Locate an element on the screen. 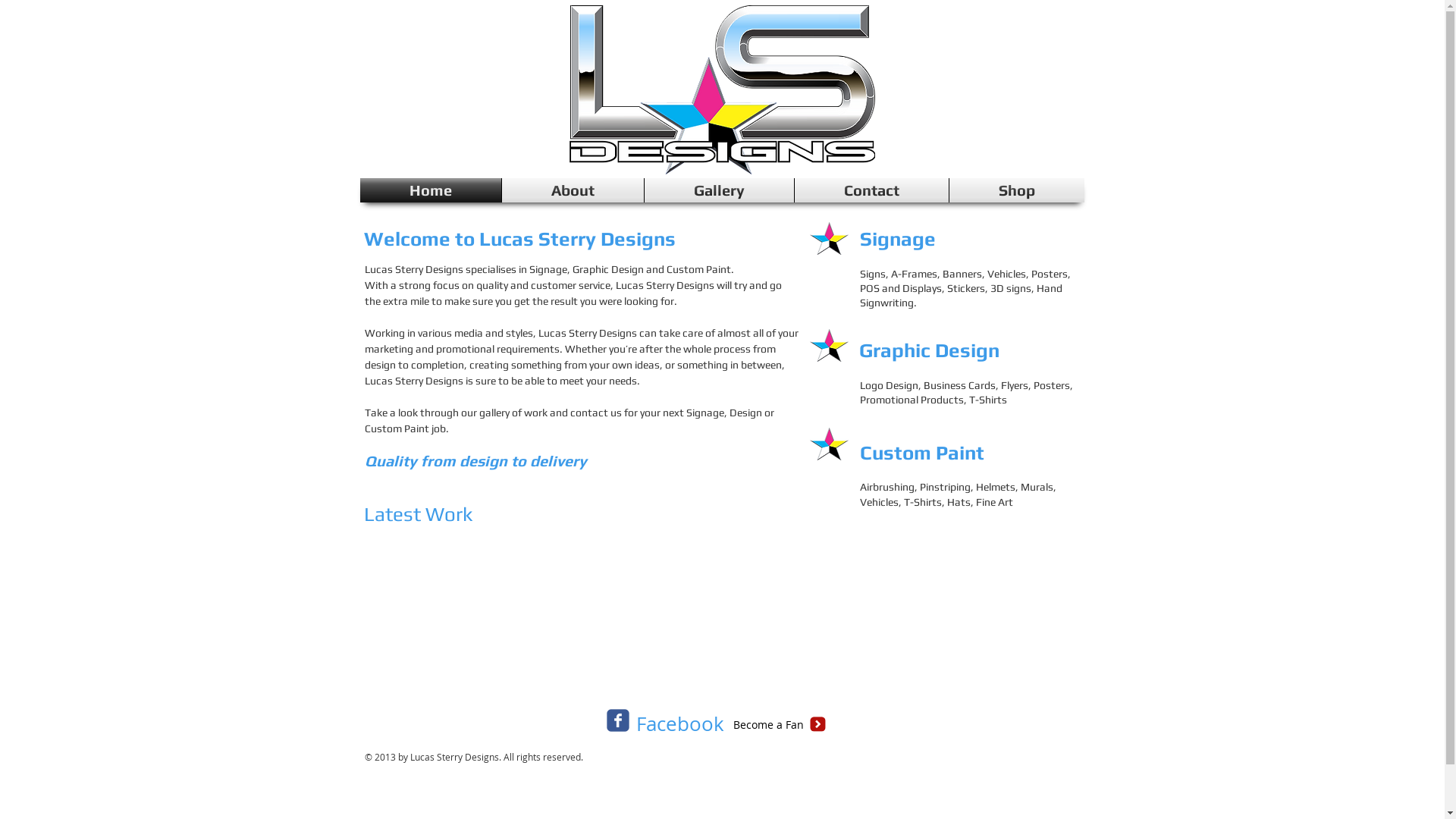 This screenshot has height=819, width=1456. 'Contact' is located at coordinates (871, 189).